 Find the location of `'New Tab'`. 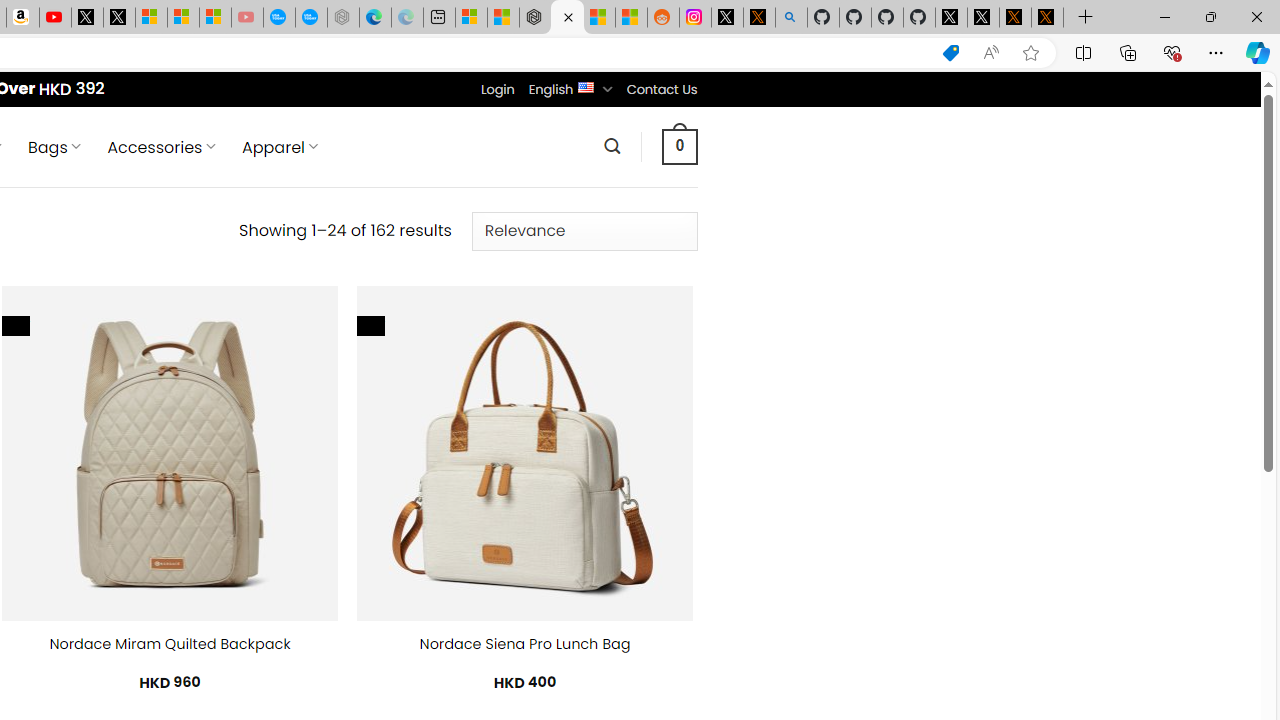

'New Tab' is located at coordinates (1085, 17).